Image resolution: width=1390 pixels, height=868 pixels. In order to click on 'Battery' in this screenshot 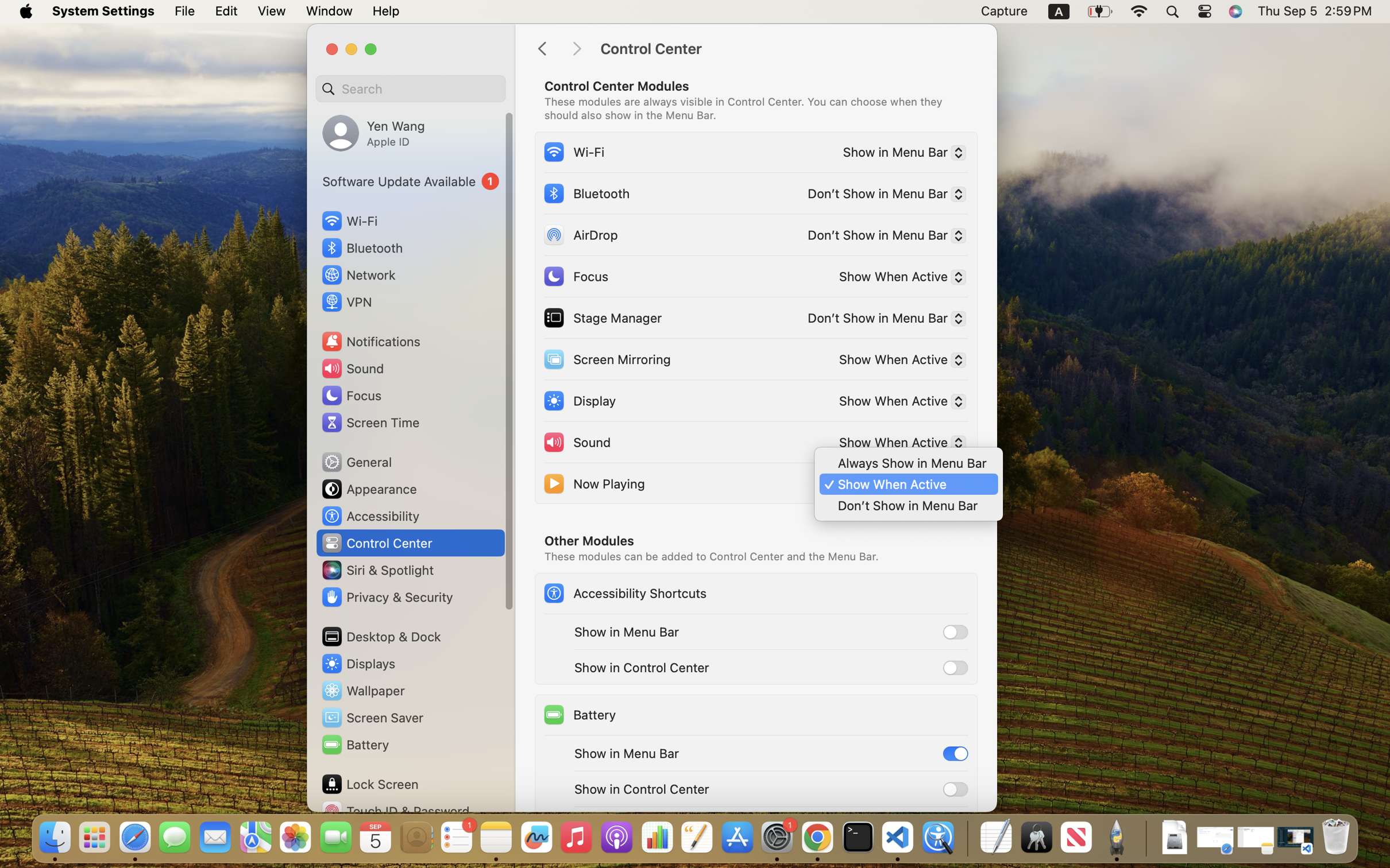, I will do `click(578, 714)`.